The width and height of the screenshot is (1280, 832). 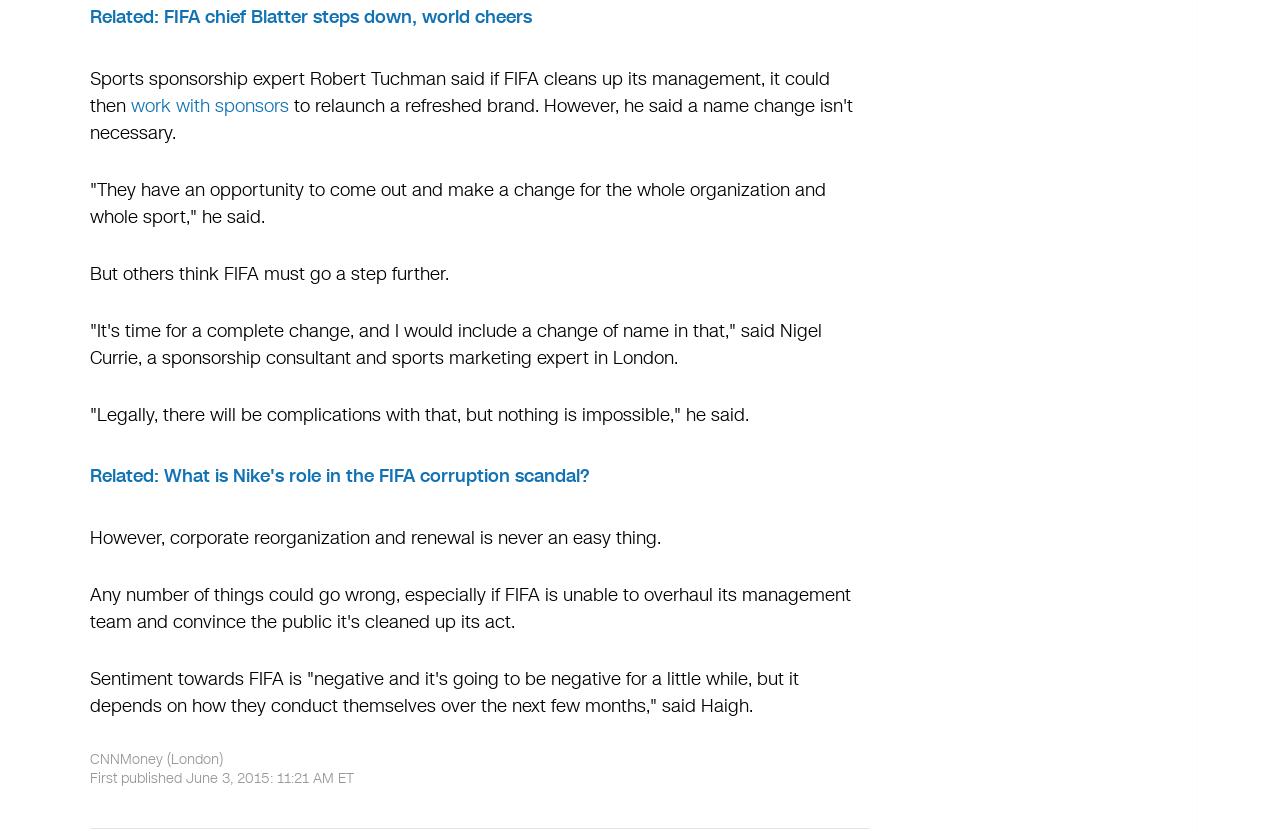 What do you see at coordinates (88, 414) in the screenshot?
I see `'"Legally, there will be complications with that, but nothing is impossible," he said.'` at bounding box center [88, 414].